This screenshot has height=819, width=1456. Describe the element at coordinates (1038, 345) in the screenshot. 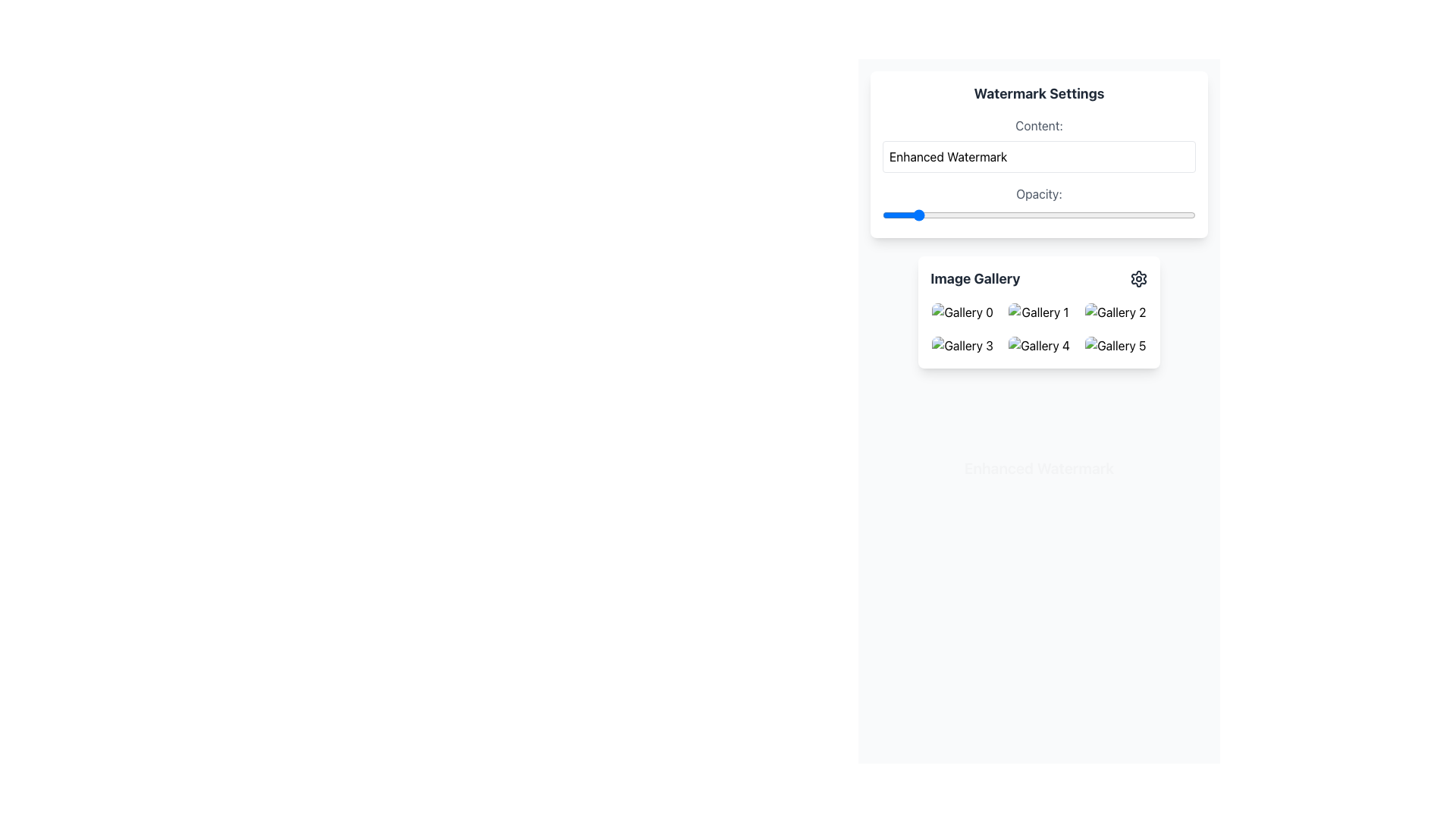

I see `the image slot located in the second position of the third row in the 'Image Gallery' section, which is part of the layout underneath the 'Watermark Settings' panel` at that location.